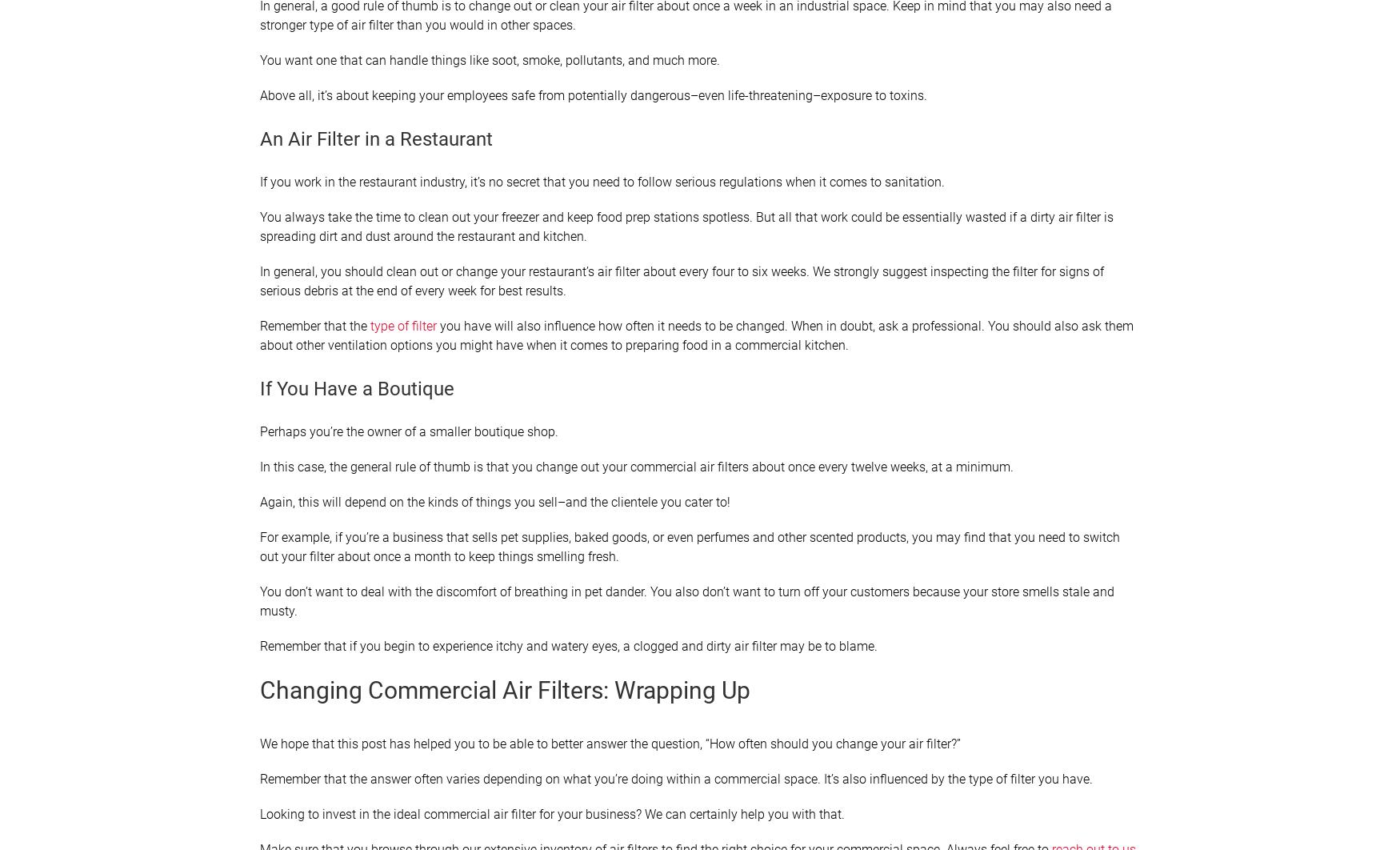  Describe the element at coordinates (690, 547) in the screenshot. I see `'For example, if you’re a business that sells pet supplies, baked goods, or even perfumes and other scented products, you may find that you need to switch out your filter about once a month to keep things smelling fresh.'` at that location.